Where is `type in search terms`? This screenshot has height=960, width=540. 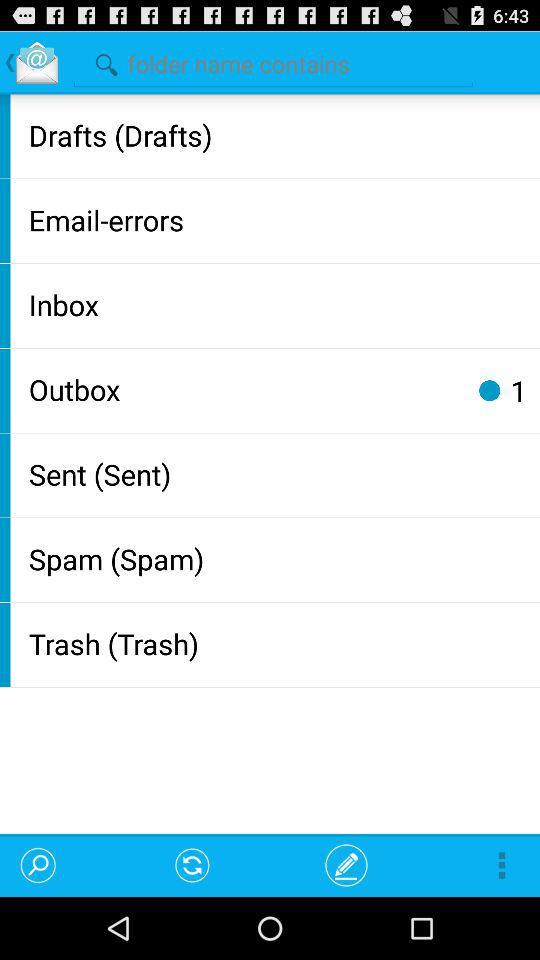 type in search terms is located at coordinates (272, 61).